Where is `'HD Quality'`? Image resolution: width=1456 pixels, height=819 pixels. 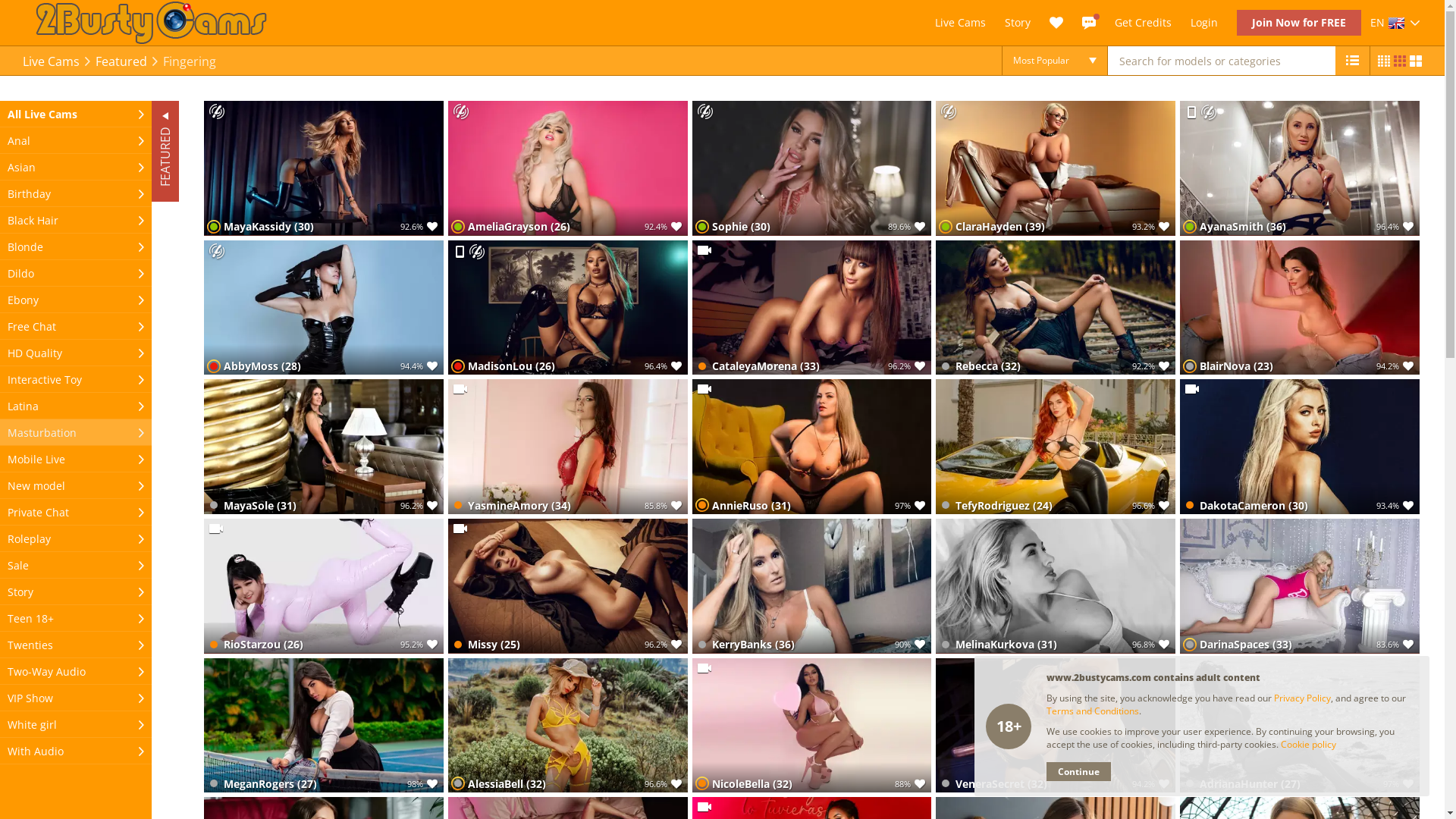 'HD Quality' is located at coordinates (75, 353).